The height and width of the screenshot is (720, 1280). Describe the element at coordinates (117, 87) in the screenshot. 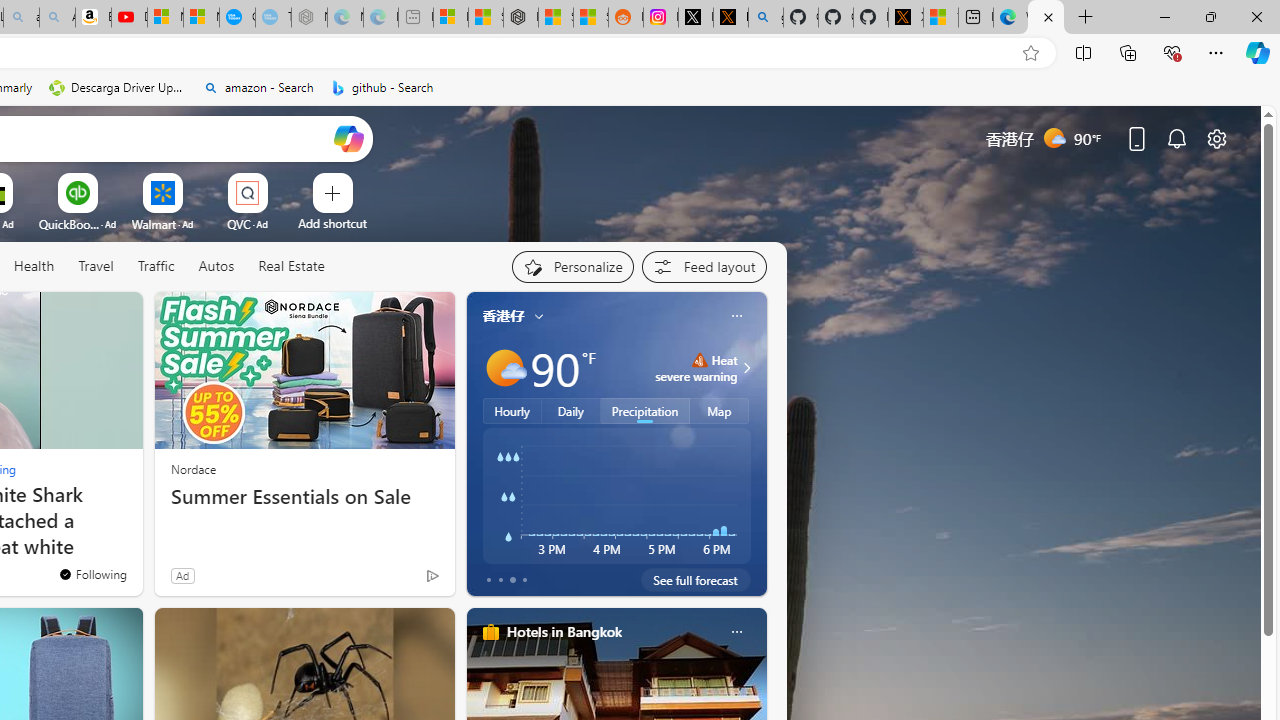

I see `'Descarga Driver Updater'` at that location.